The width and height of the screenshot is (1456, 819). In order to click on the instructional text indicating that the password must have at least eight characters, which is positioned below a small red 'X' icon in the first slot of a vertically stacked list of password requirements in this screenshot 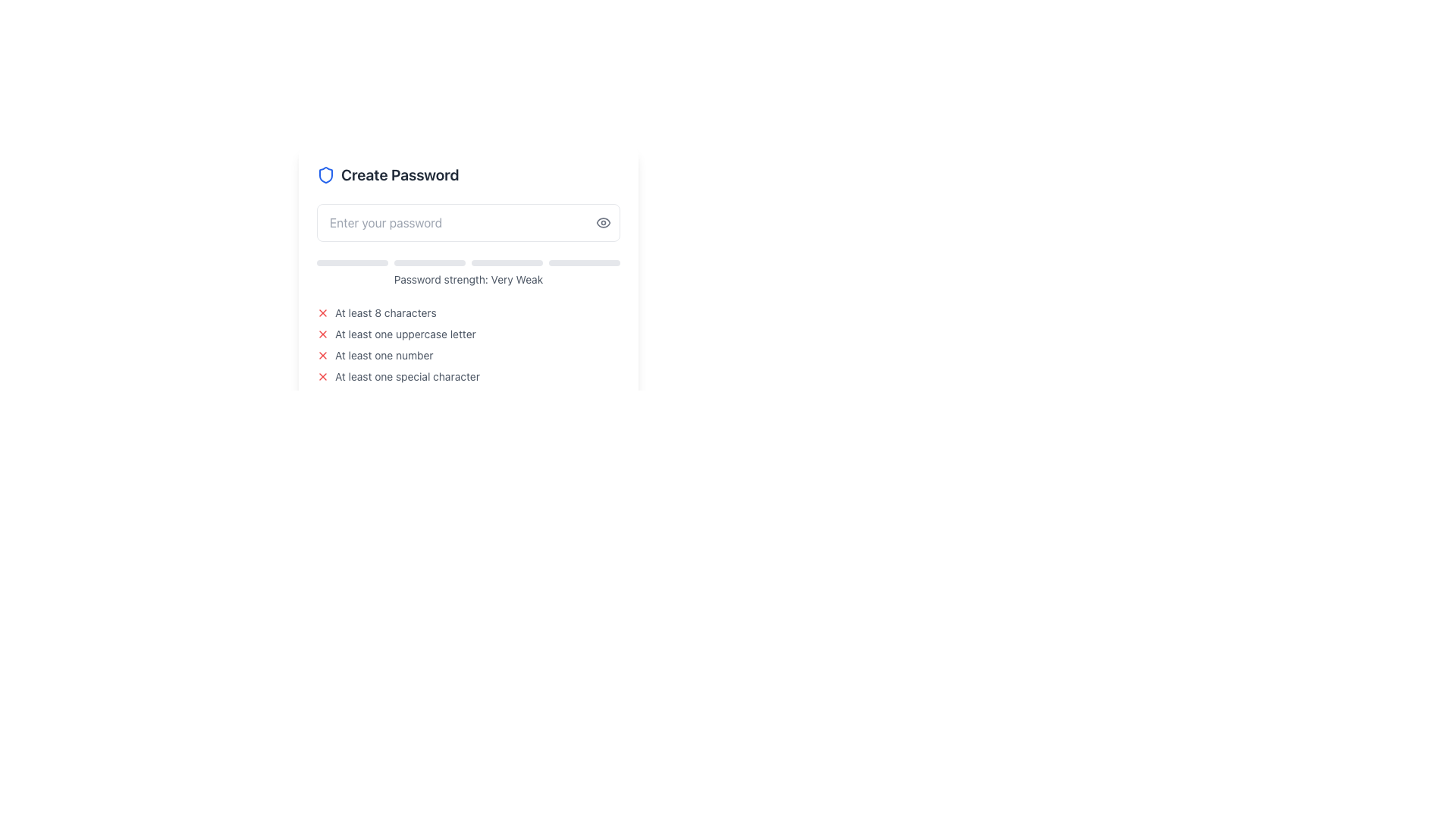, I will do `click(385, 312)`.